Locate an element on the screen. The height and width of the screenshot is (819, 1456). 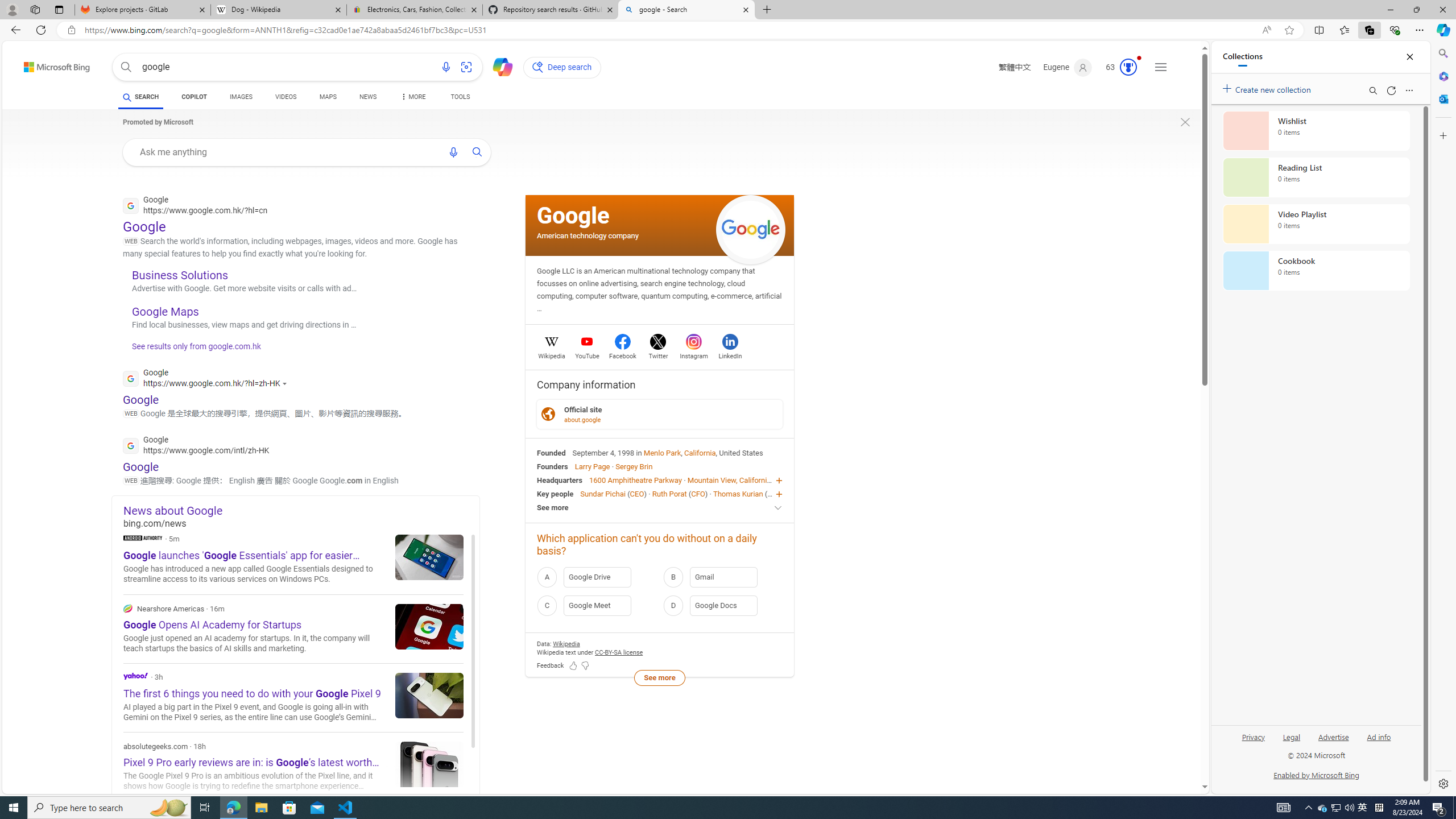
'Eugene' is located at coordinates (1066, 67).